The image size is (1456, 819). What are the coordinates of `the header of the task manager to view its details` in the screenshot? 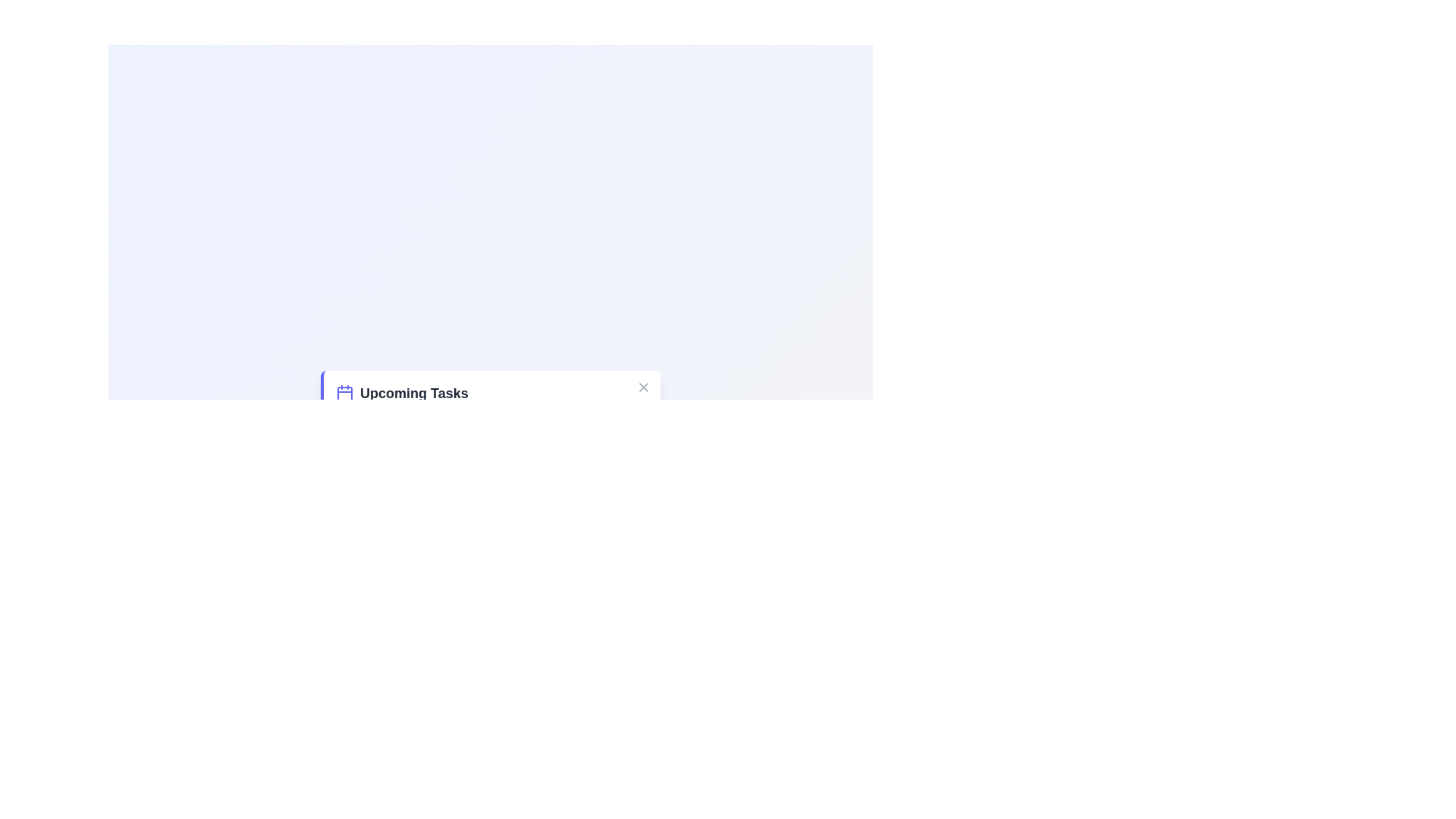 It's located at (414, 393).